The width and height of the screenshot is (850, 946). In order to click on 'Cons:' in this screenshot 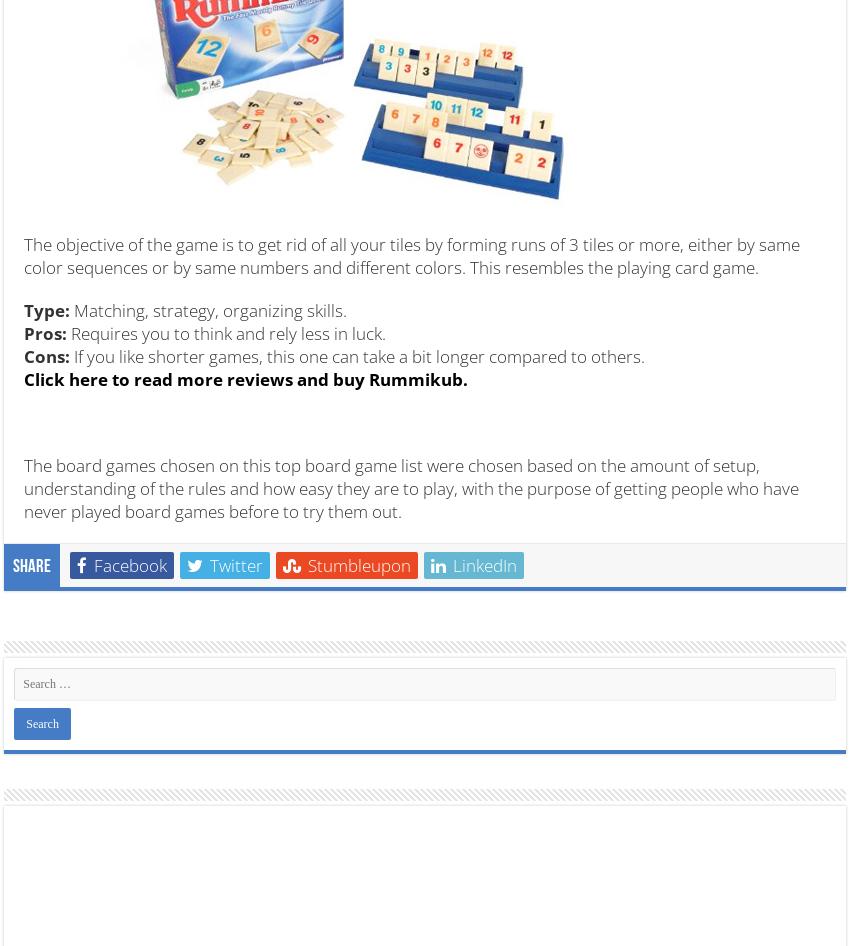, I will do `click(47, 355)`.